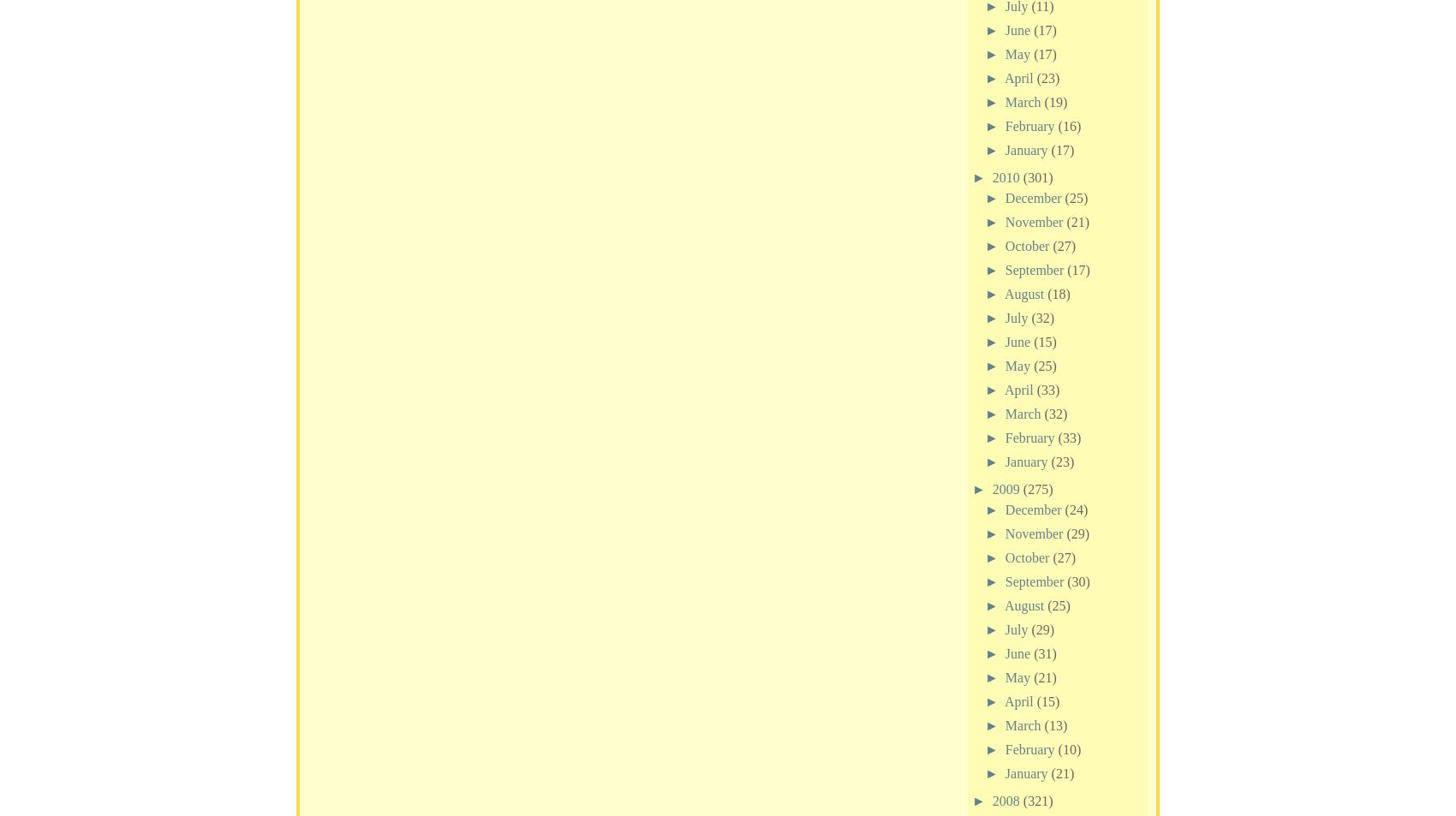  Describe the element at coordinates (1054, 724) in the screenshot. I see `'(13)'` at that location.